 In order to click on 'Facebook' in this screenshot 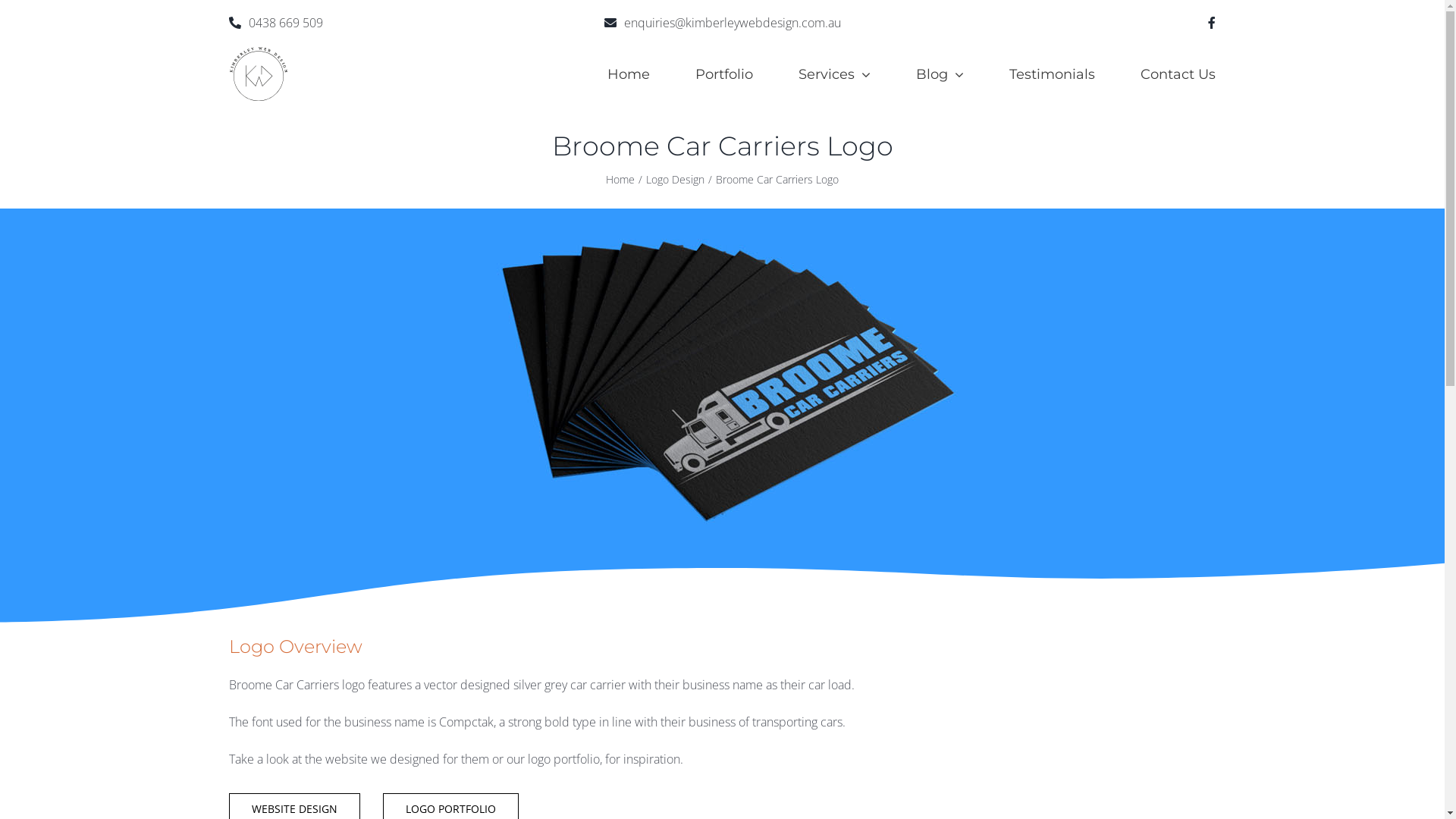, I will do `click(1211, 23)`.